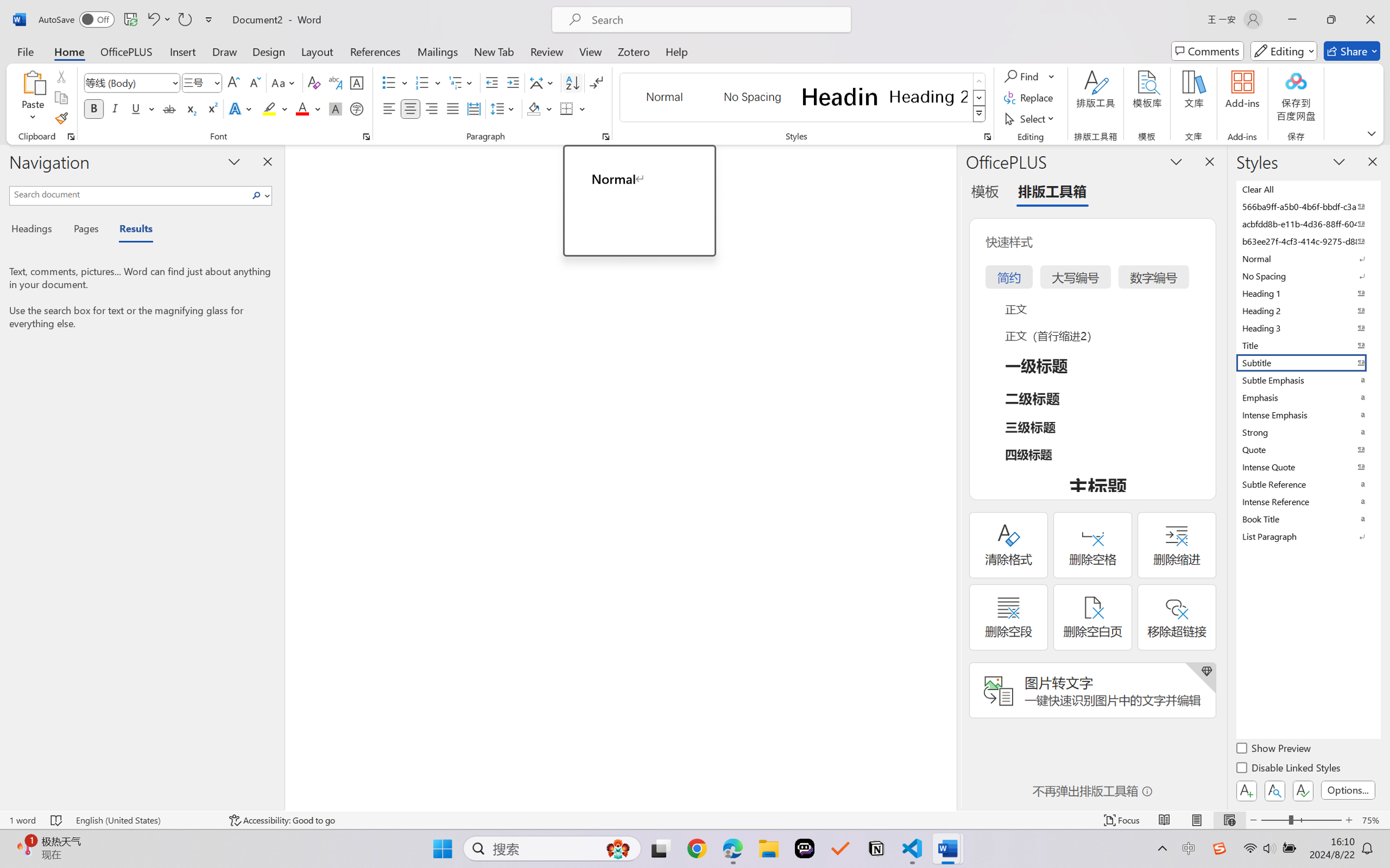  I want to click on 'Heading 3', so click(1307, 327).